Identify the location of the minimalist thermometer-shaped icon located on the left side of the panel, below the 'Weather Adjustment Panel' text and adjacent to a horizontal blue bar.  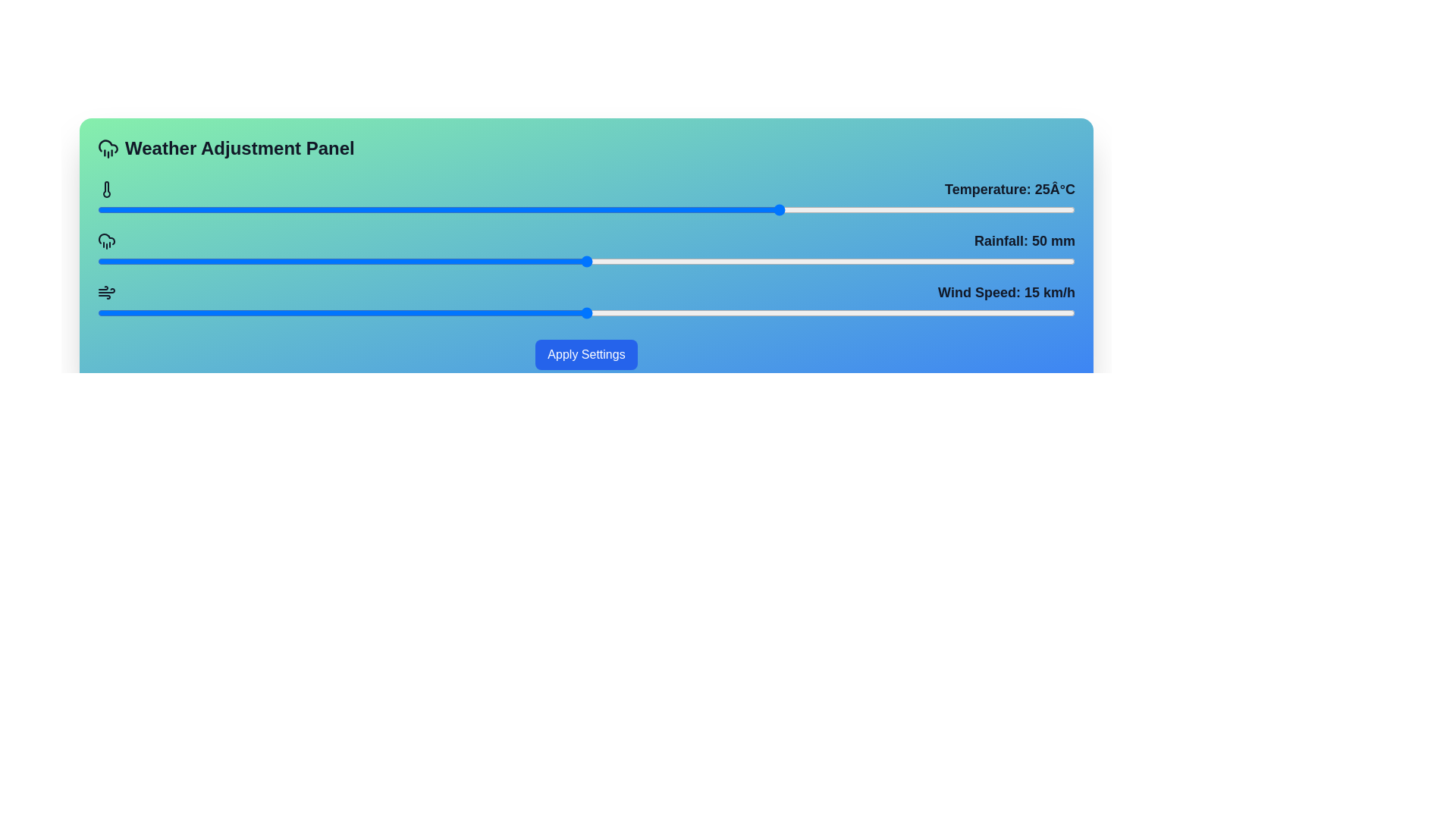
(105, 189).